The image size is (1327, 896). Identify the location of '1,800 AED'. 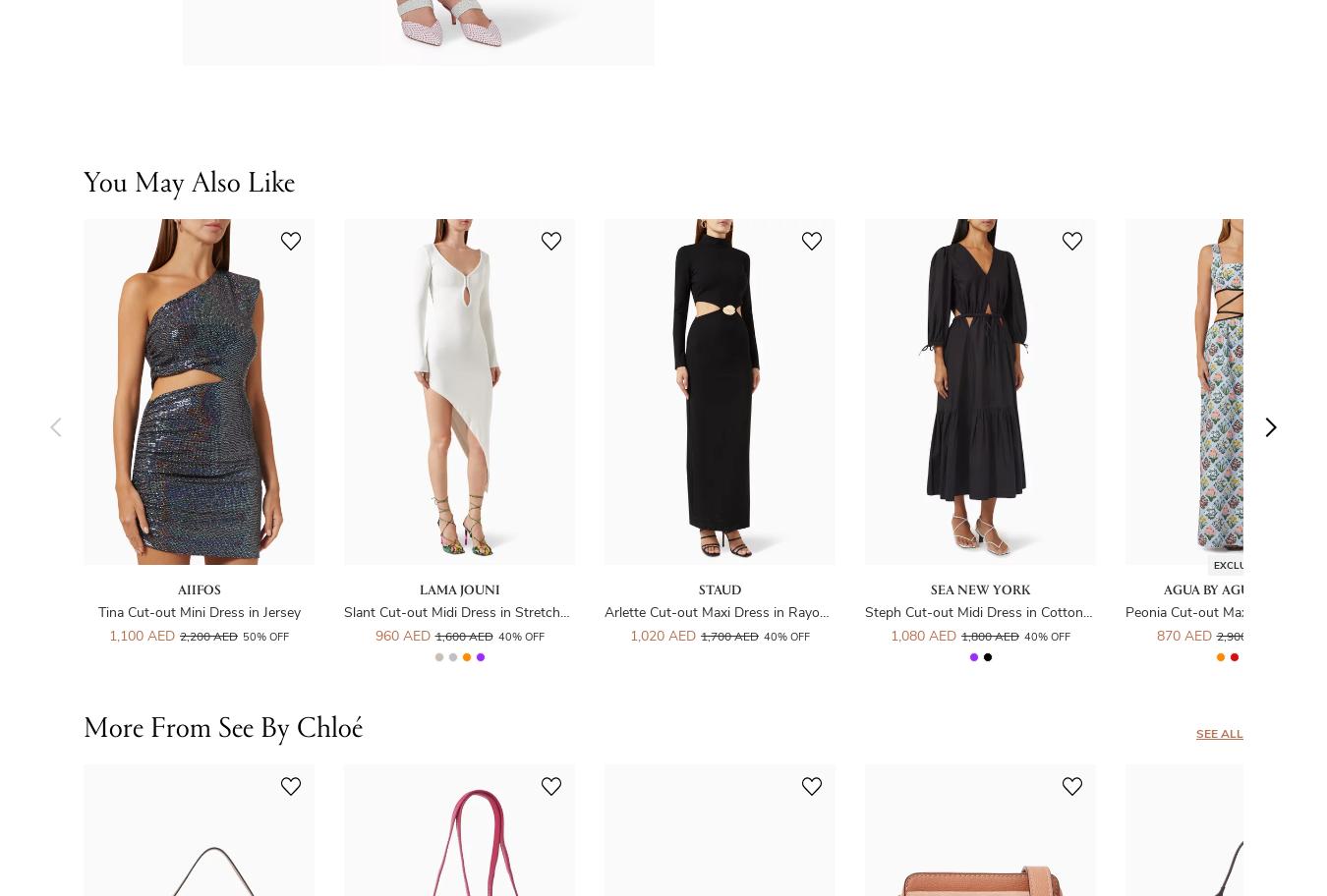
(989, 635).